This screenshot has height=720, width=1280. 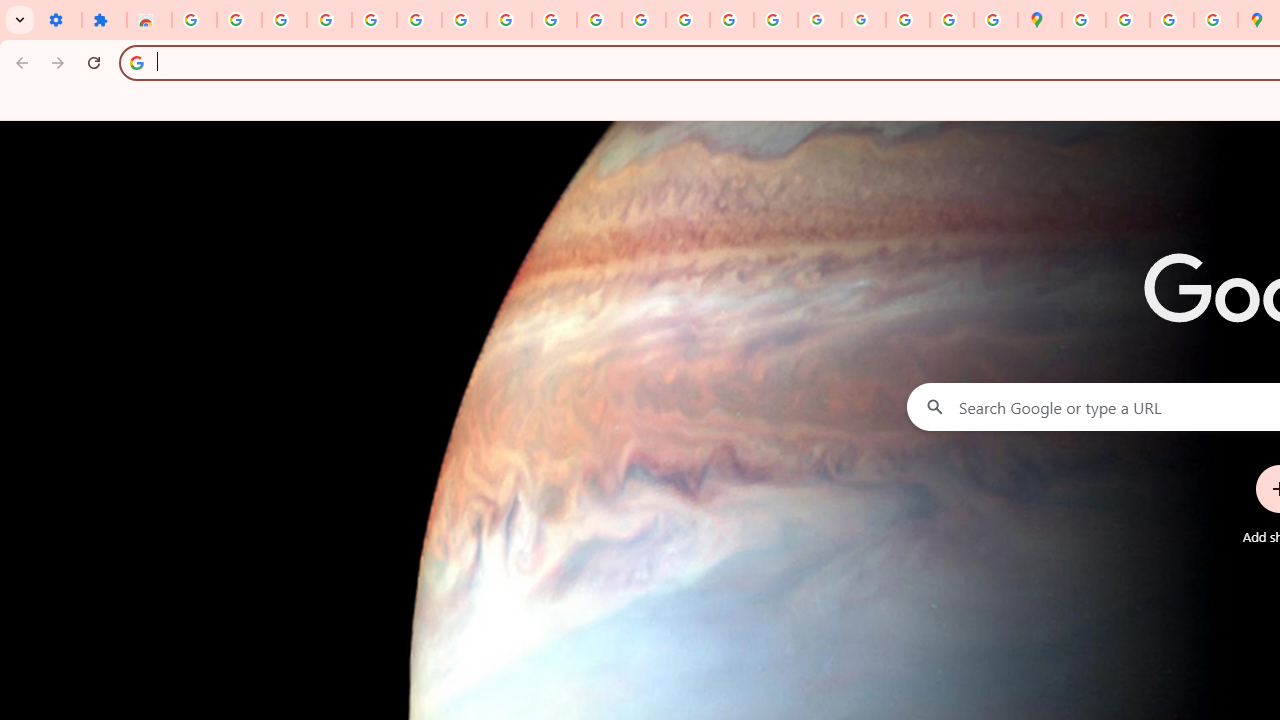 What do you see at coordinates (1040, 20) in the screenshot?
I see `'Google Maps'` at bounding box center [1040, 20].